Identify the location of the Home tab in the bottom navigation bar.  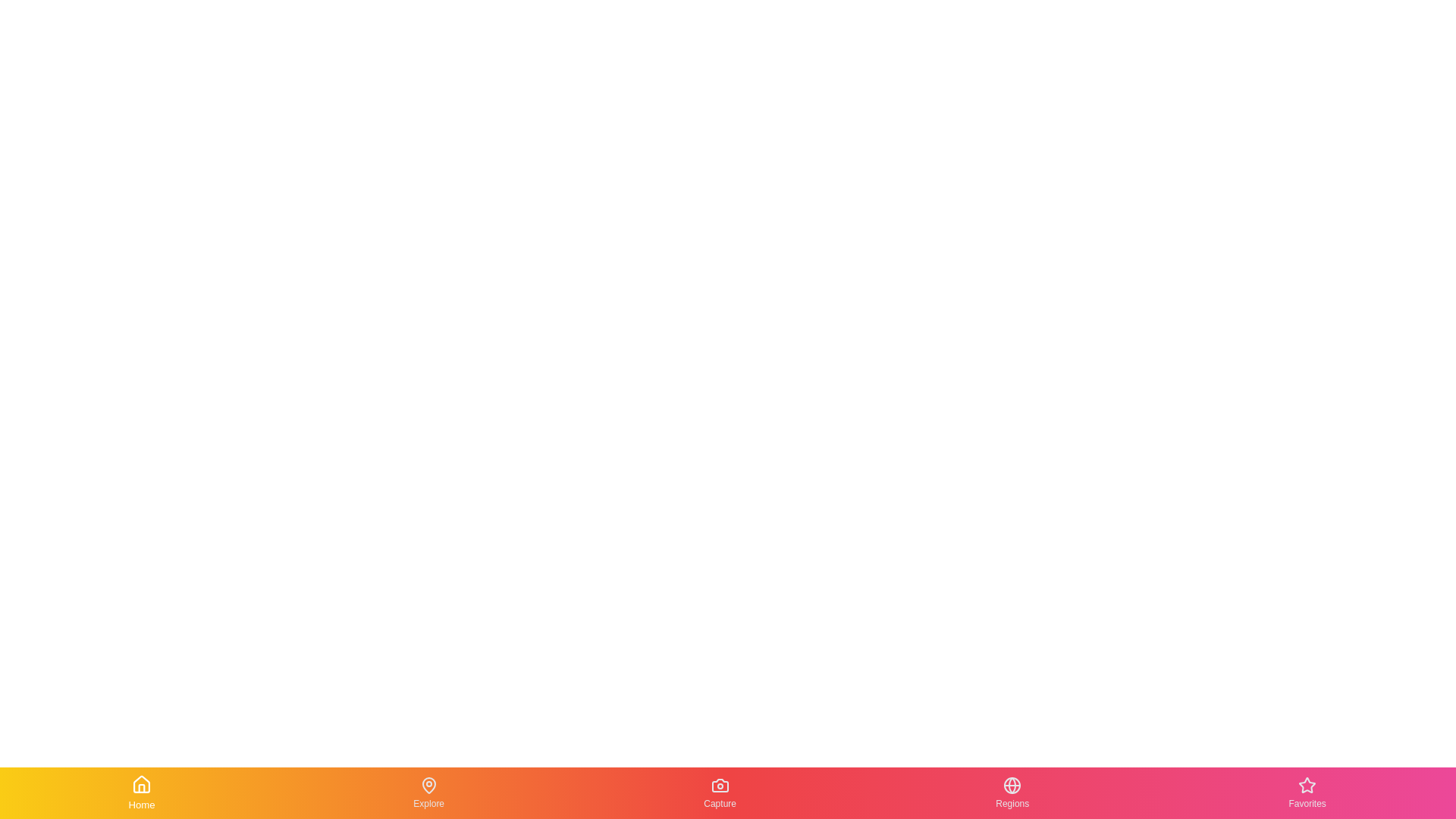
(142, 792).